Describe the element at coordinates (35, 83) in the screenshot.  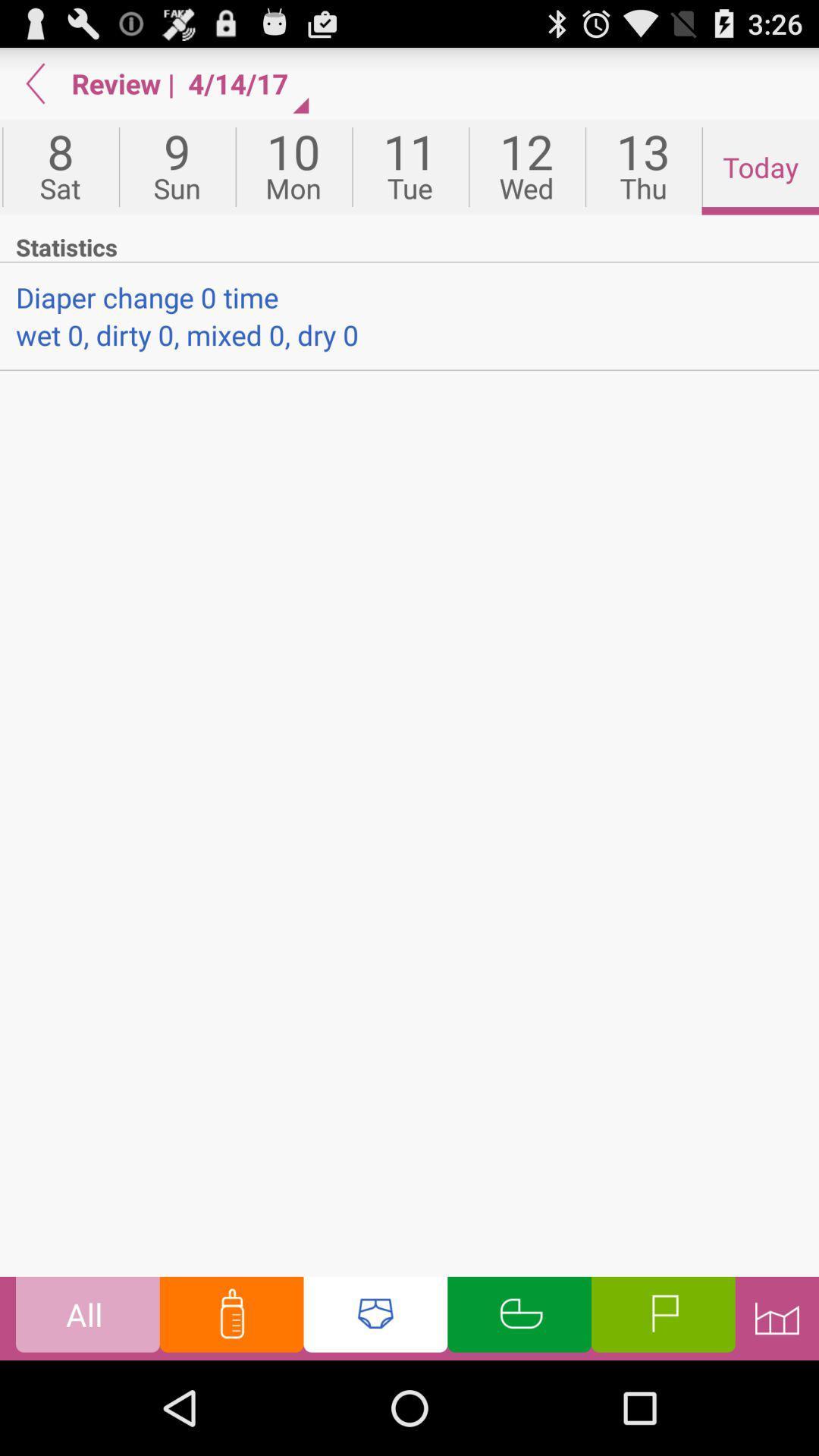
I see `go back` at that location.